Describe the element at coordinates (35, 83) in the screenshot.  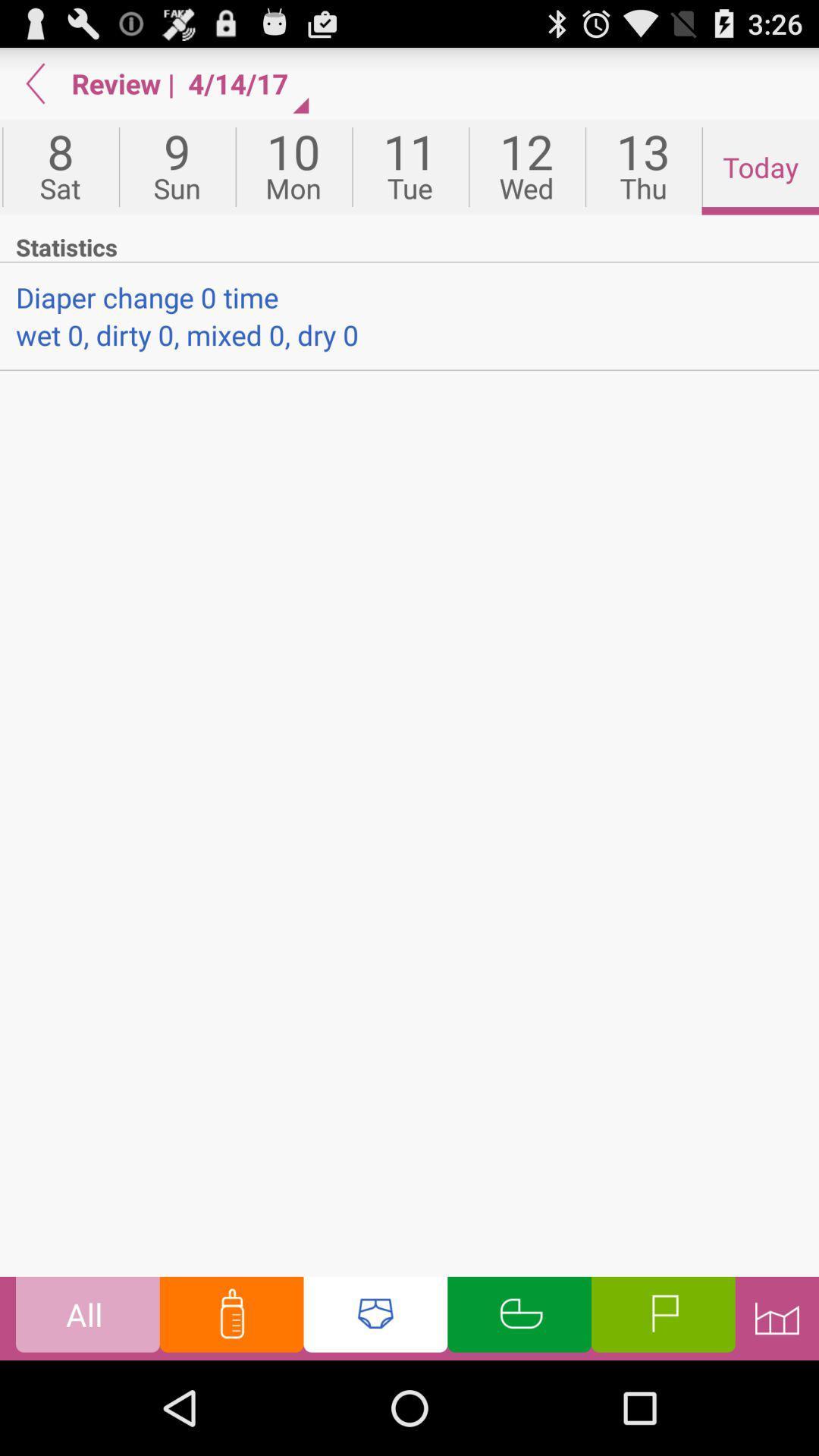
I see `go back` at that location.